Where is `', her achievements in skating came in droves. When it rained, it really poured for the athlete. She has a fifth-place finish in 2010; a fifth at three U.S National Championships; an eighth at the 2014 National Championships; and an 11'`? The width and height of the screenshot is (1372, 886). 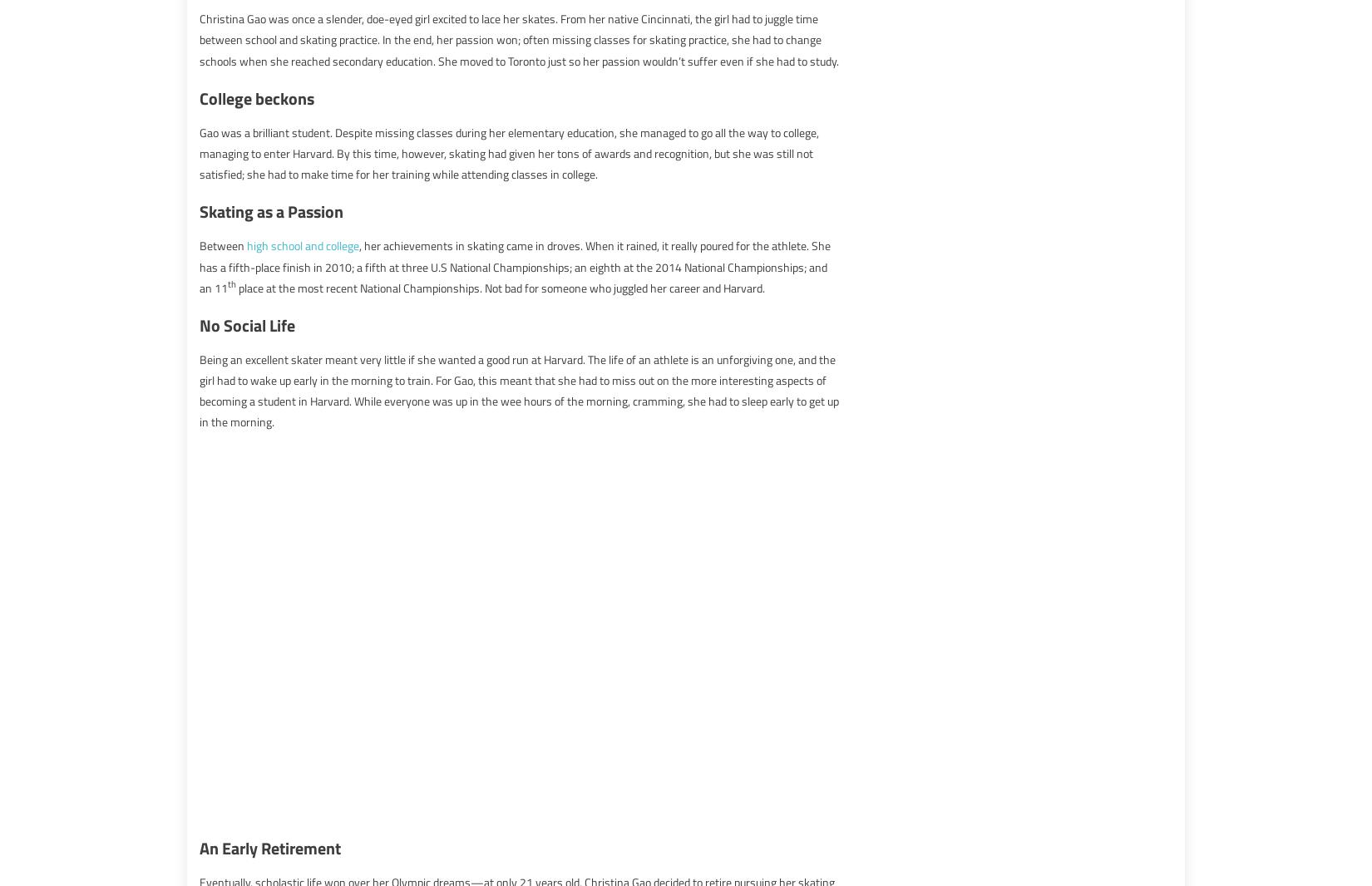
', her achievements in skating came in droves. When it rained, it really poured for the athlete. She has a fifth-place finish in 2010; a fifth at three U.S National Championships; an eighth at the 2014 National Championships; and an 11' is located at coordinates (514, 266).